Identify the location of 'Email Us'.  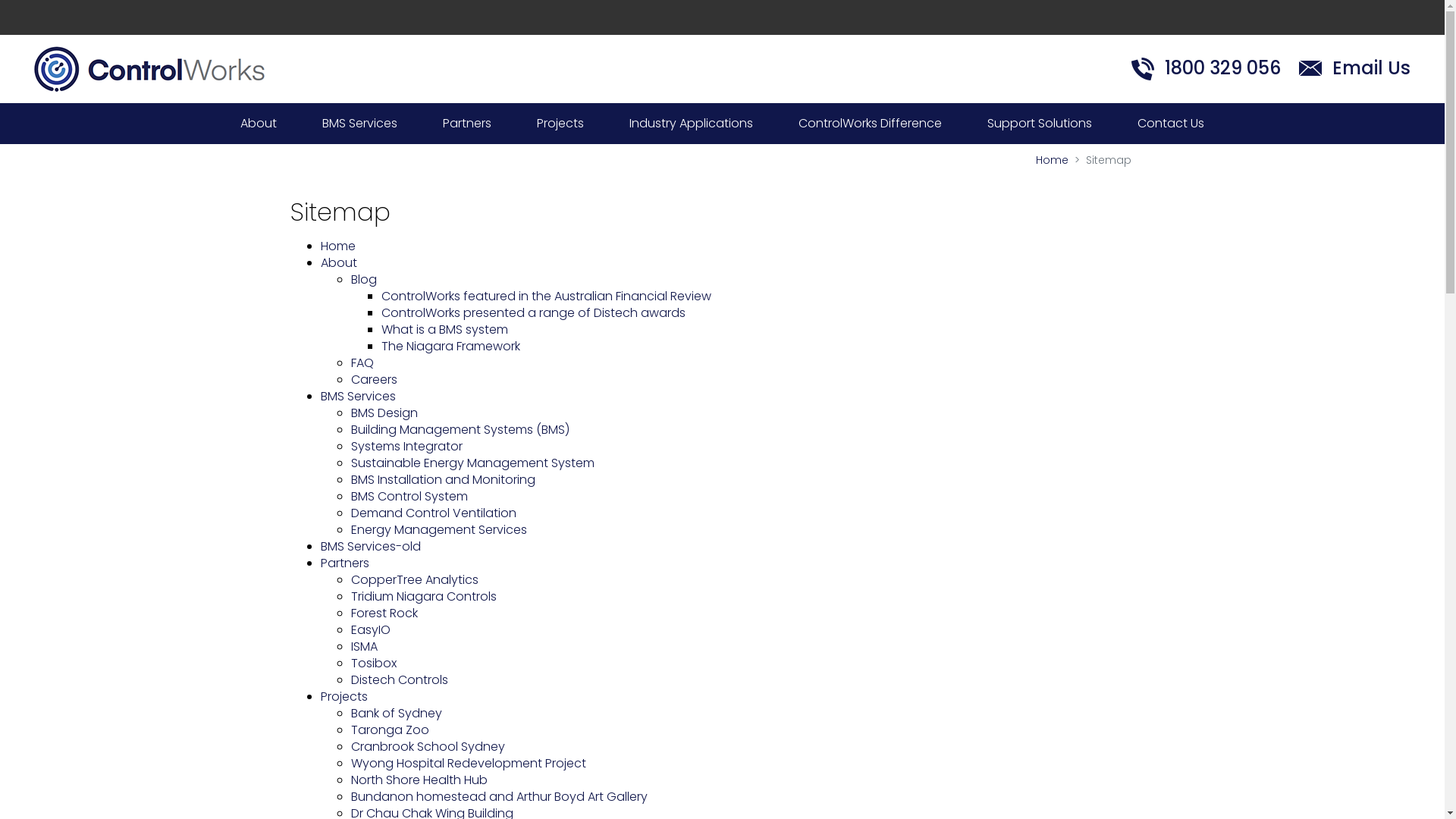
(1298, 67).